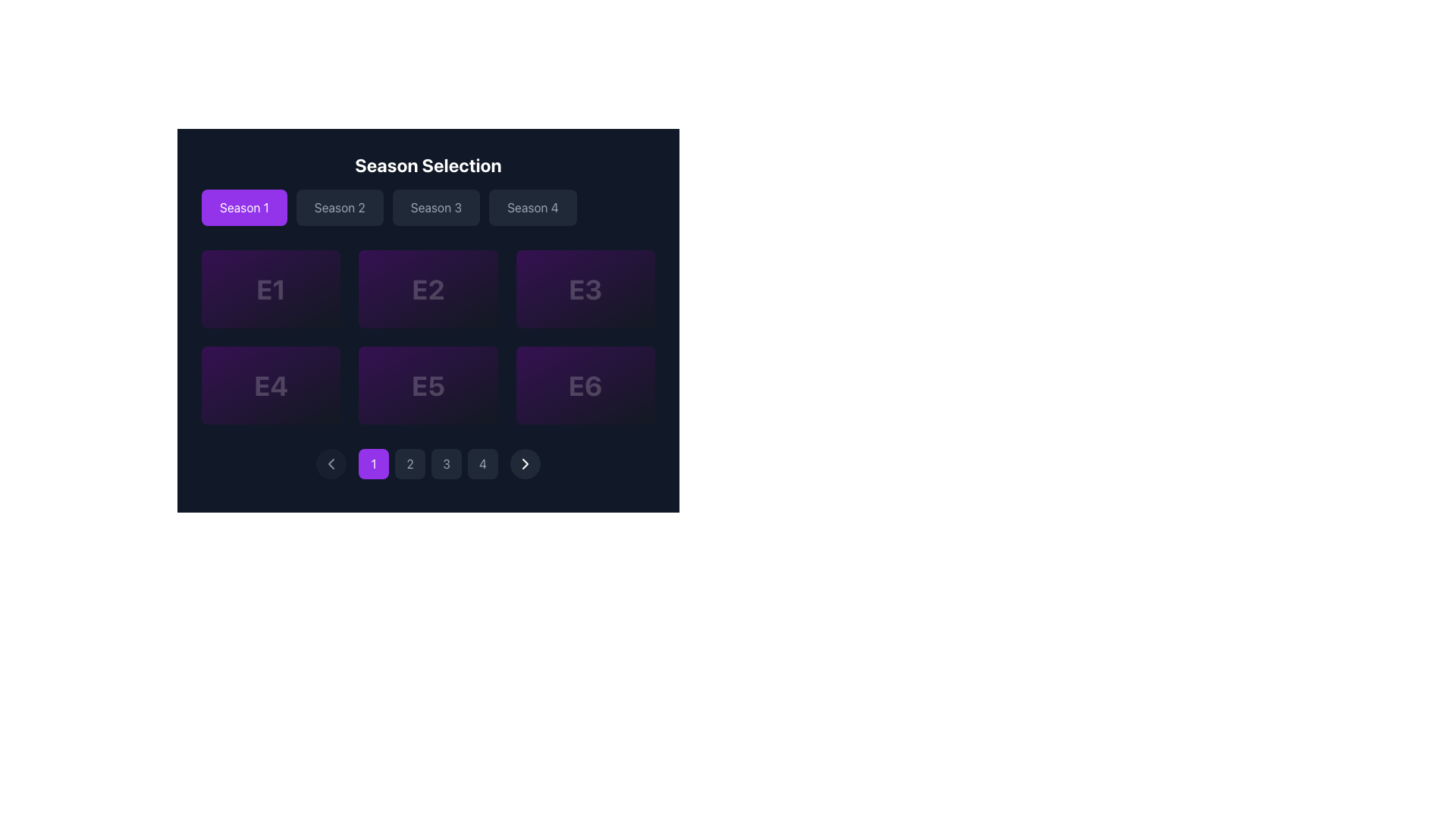  What do you see at coordinates (428, 311) in the screenshot?
I see `the button labeled 'E2' in the Season Selection section` at bounding box center [428, 311].